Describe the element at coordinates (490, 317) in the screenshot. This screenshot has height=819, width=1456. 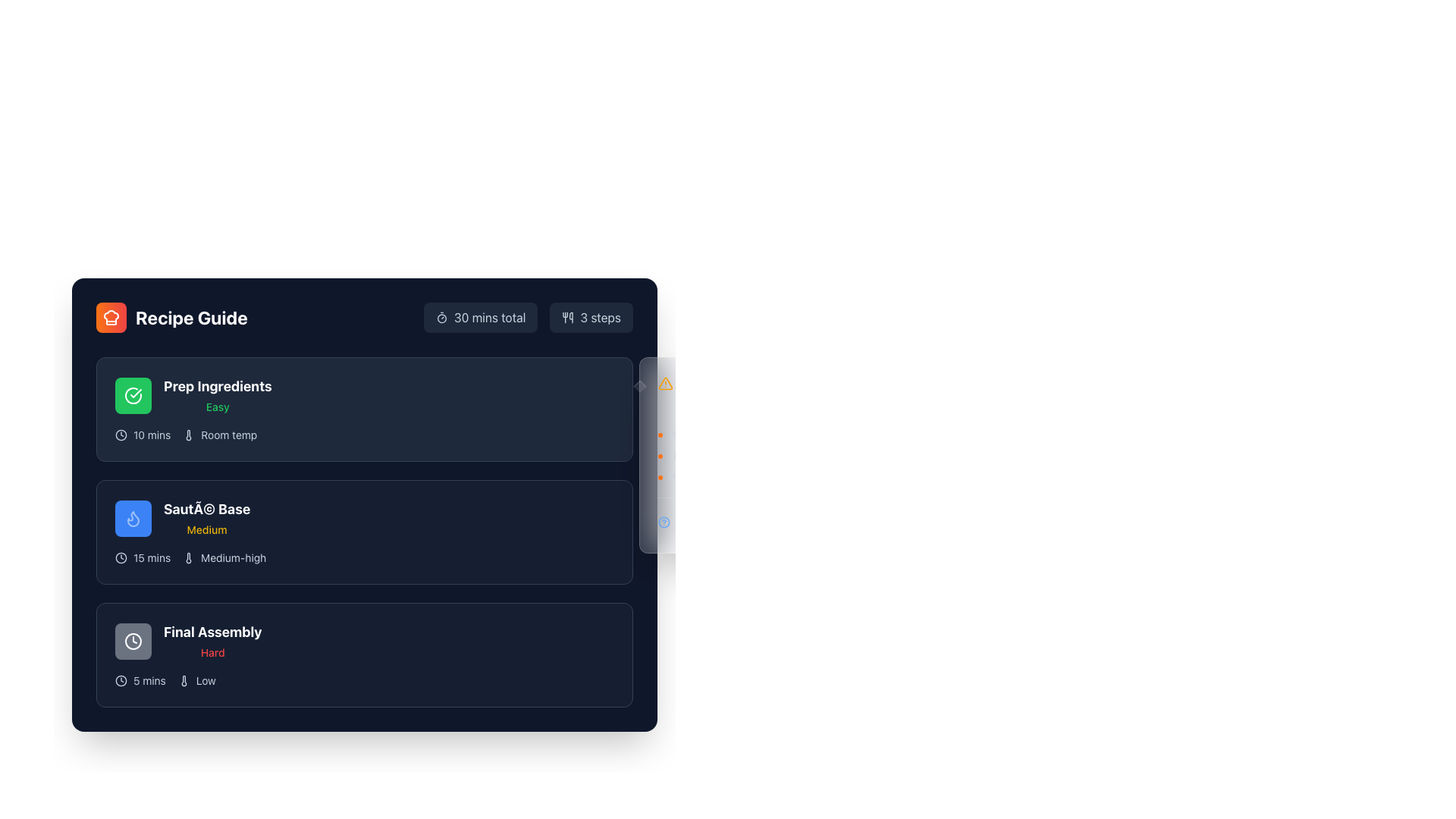
I see `the static text label indicating the total duration of 30 minutes, which is located towards the top-right section of the primary interface display` at that location.